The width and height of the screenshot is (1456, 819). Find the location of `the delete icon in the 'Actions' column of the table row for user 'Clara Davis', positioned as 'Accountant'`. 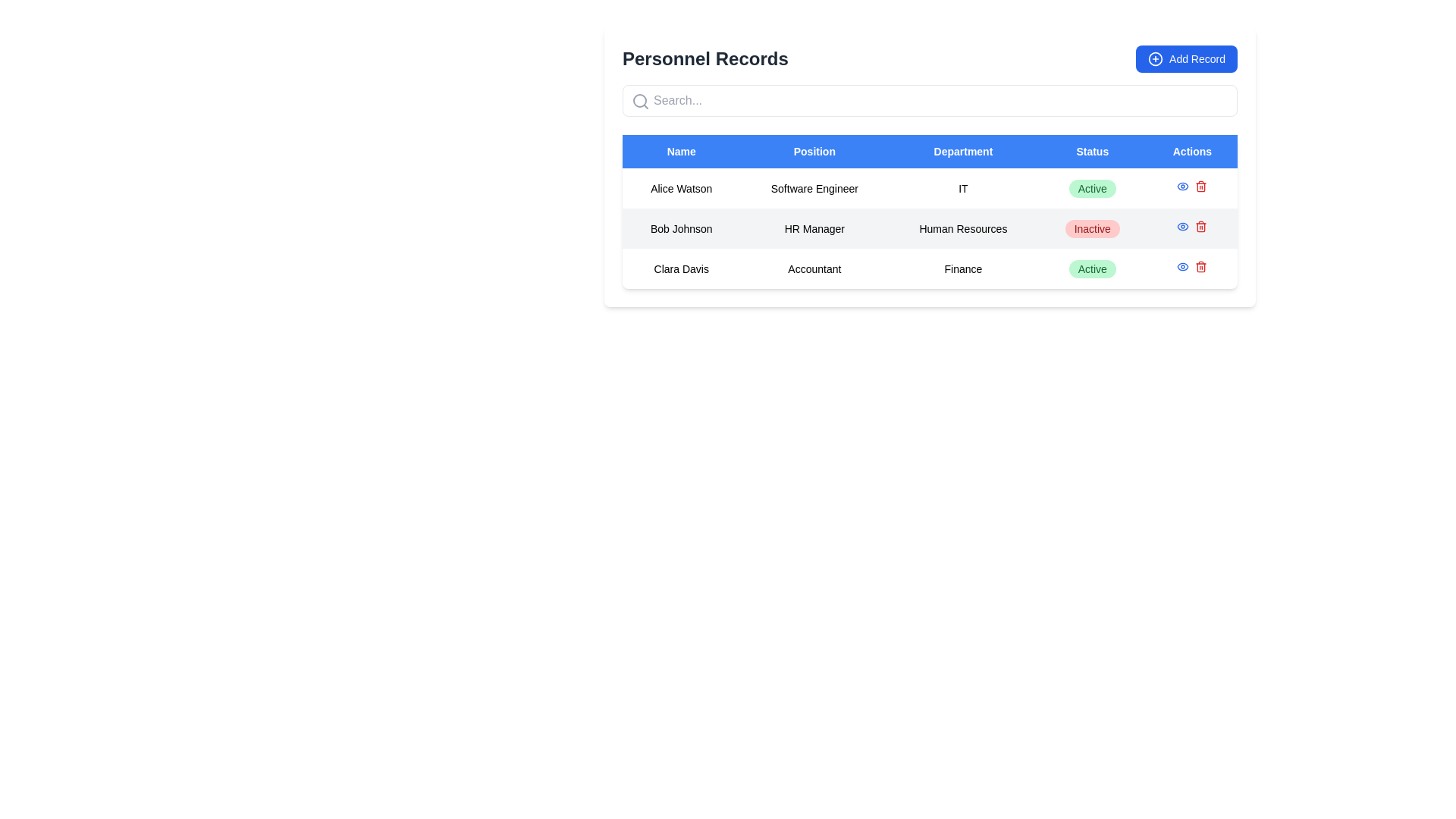

the delete icon in the 'Actions' column of the table row for user 'Clara Davis', positioned as 'Accountant' is located at coordinates (1200, 265).